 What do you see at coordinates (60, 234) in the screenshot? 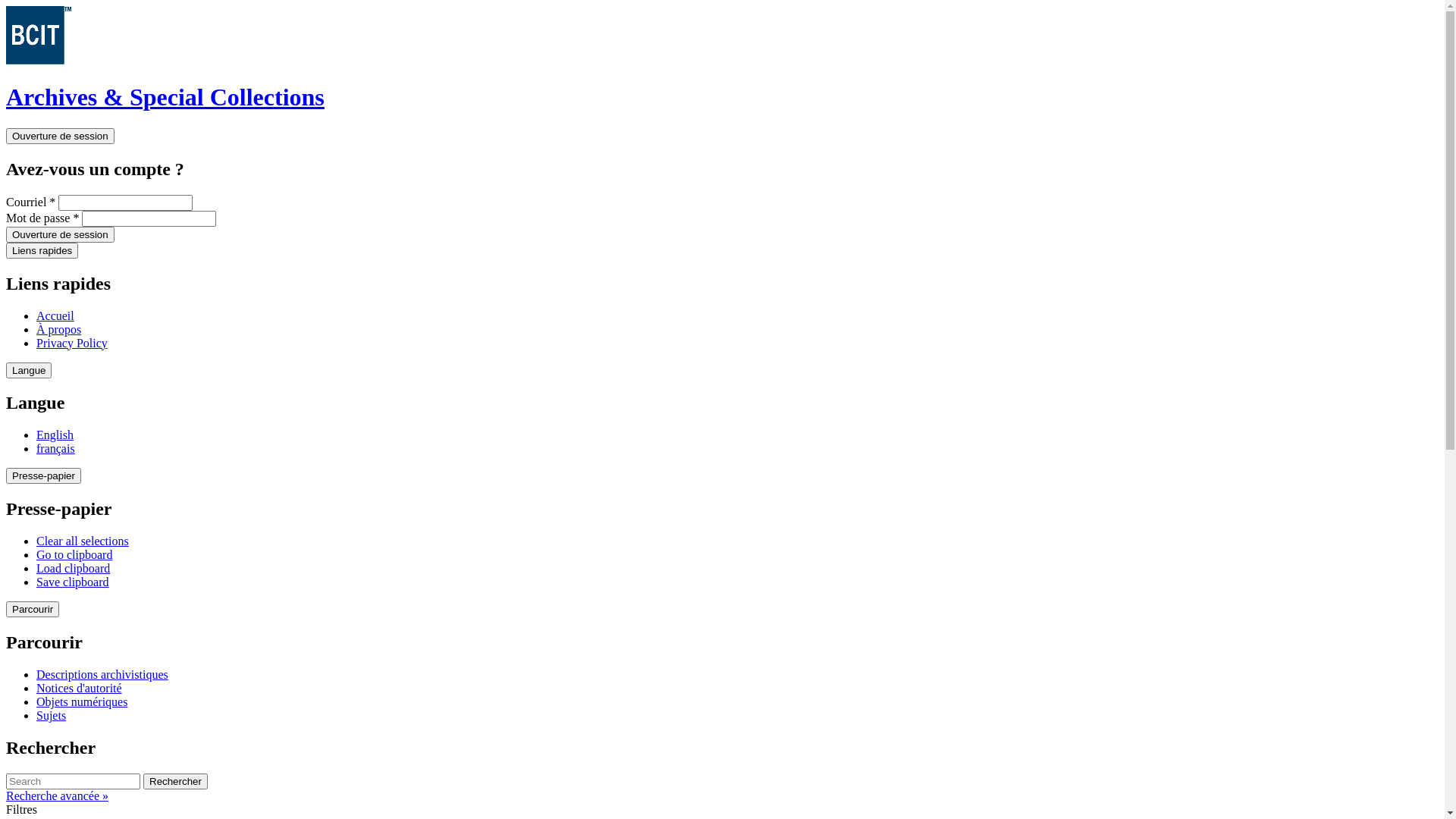
I see `'Ouverture de session'` at bounding box center [60, 234].